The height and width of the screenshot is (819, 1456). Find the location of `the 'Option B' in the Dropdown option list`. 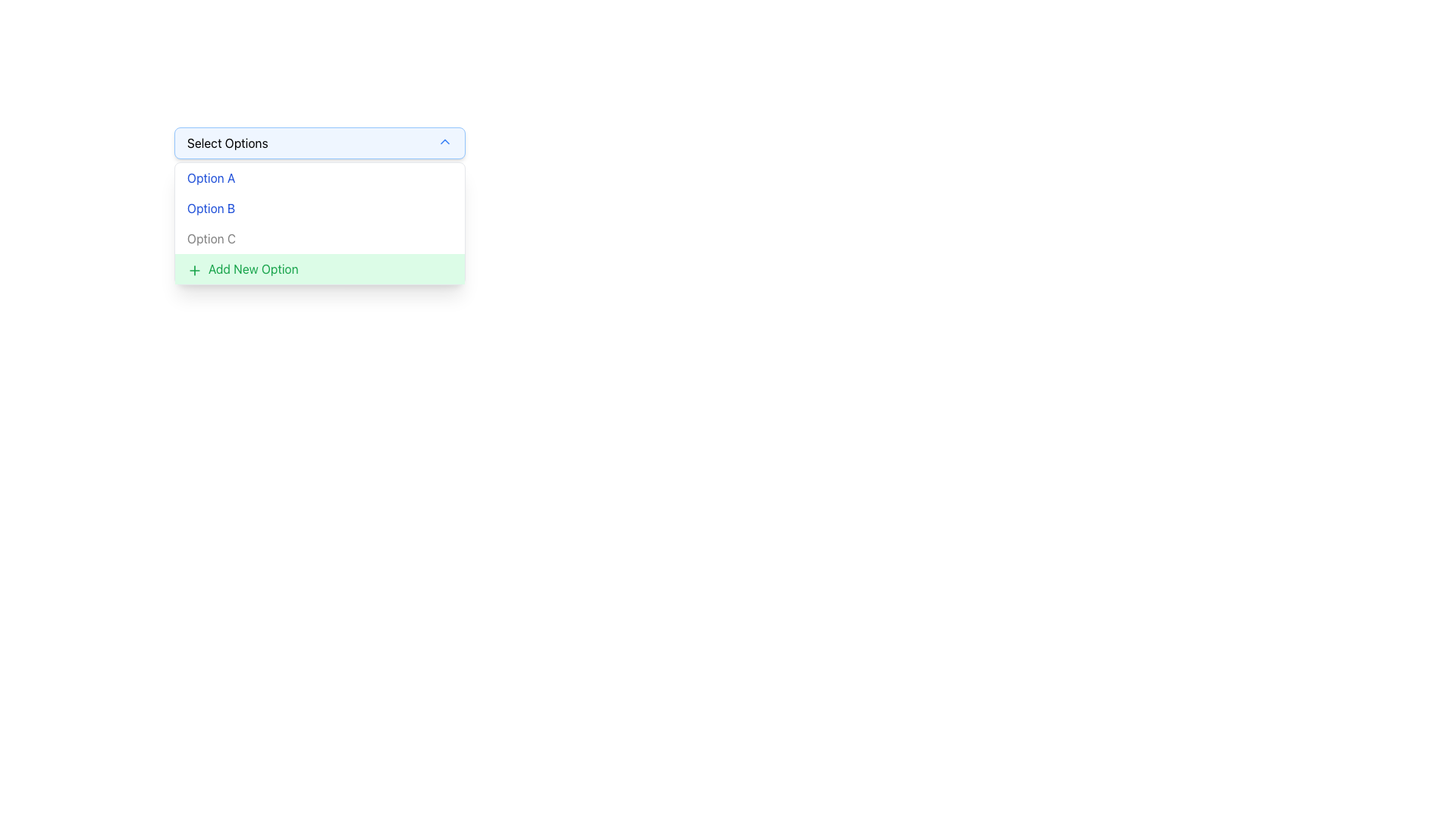

the 'Option B' in the Dropdown option list is located at coordinates (319, 208).